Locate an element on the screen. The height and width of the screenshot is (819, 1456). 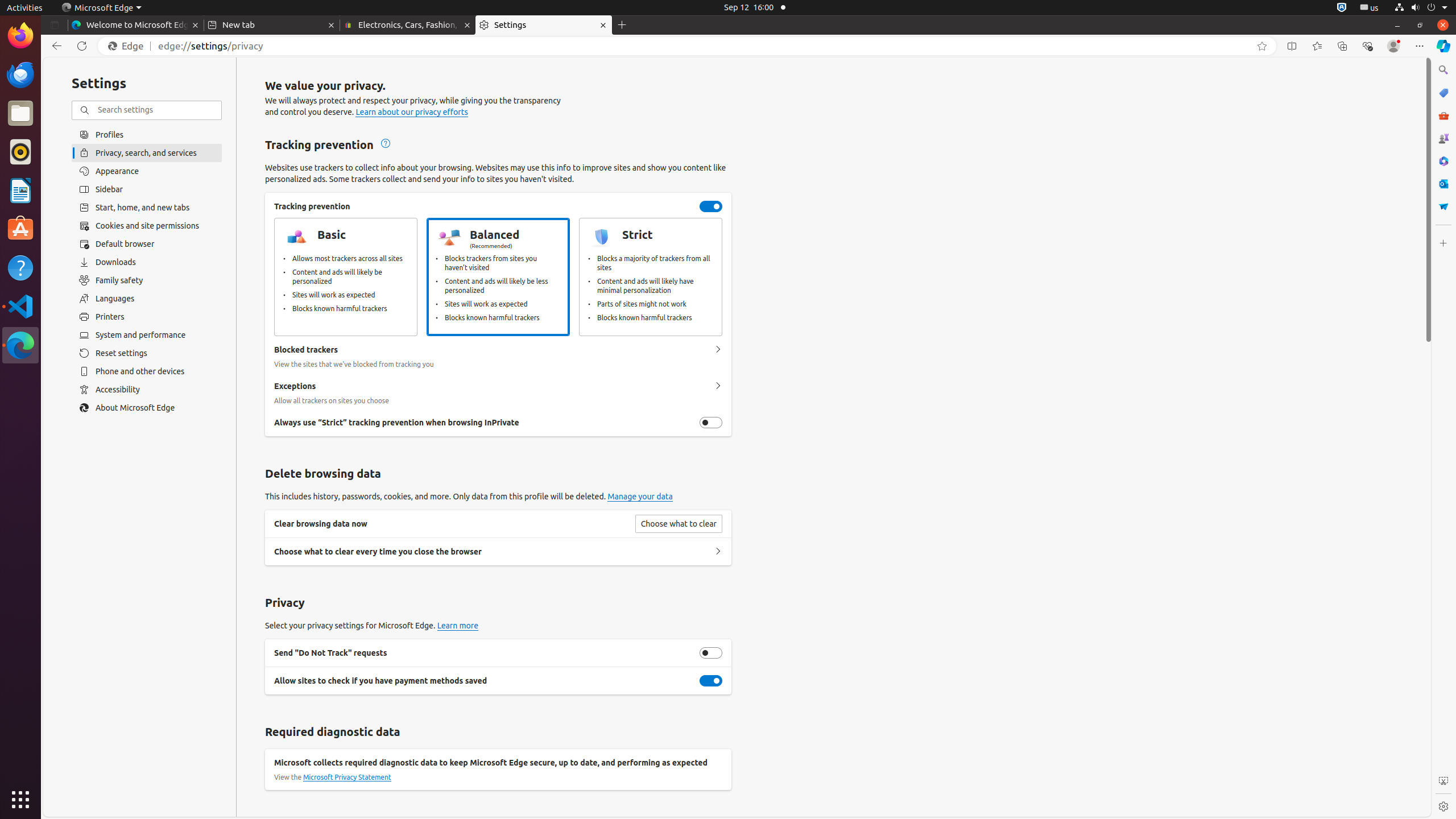
'Family safety' is located at coordinates (146, 280).